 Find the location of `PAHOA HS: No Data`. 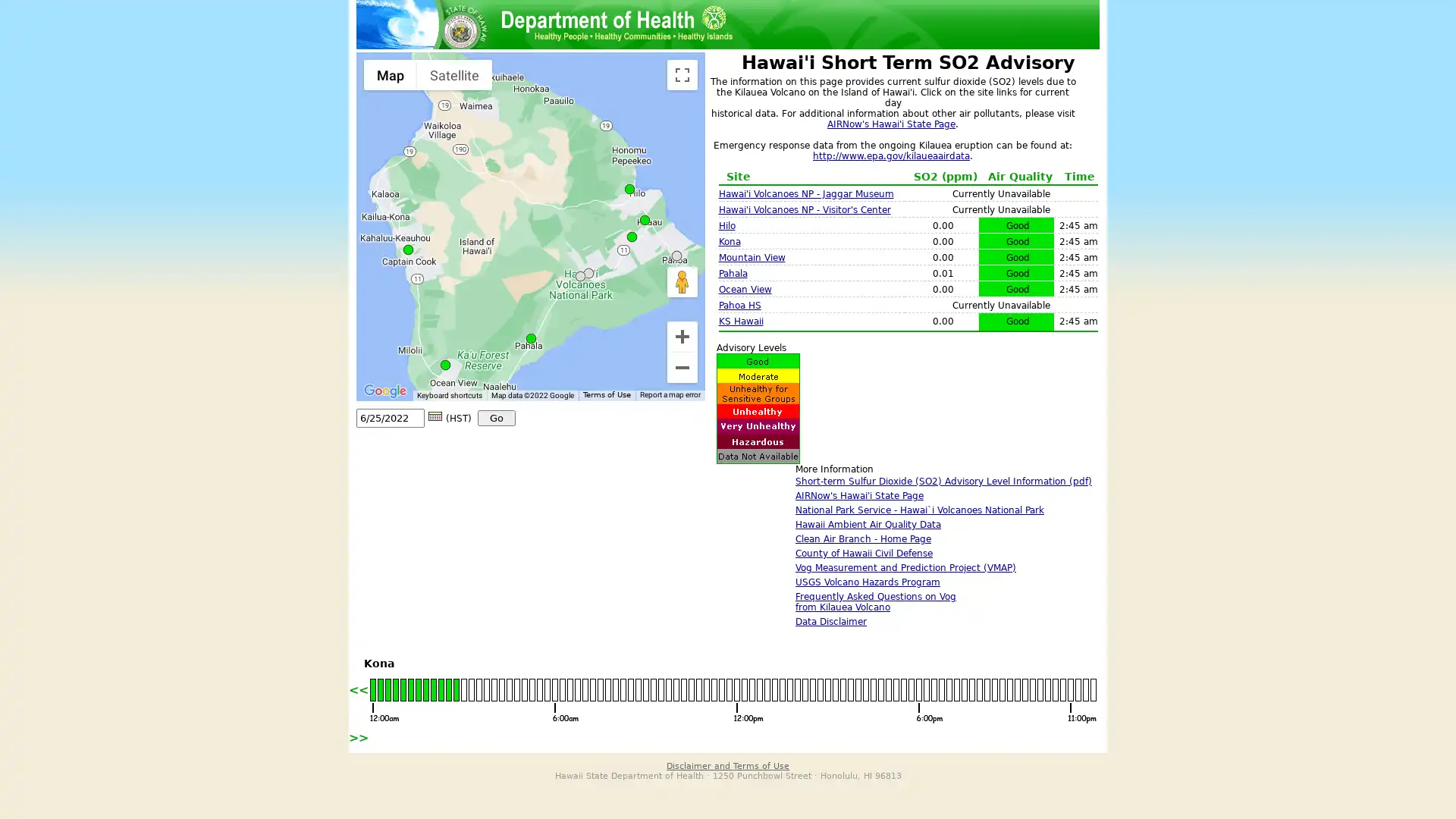

PAHOA HS: No Data is located at coordinates (676, 255).